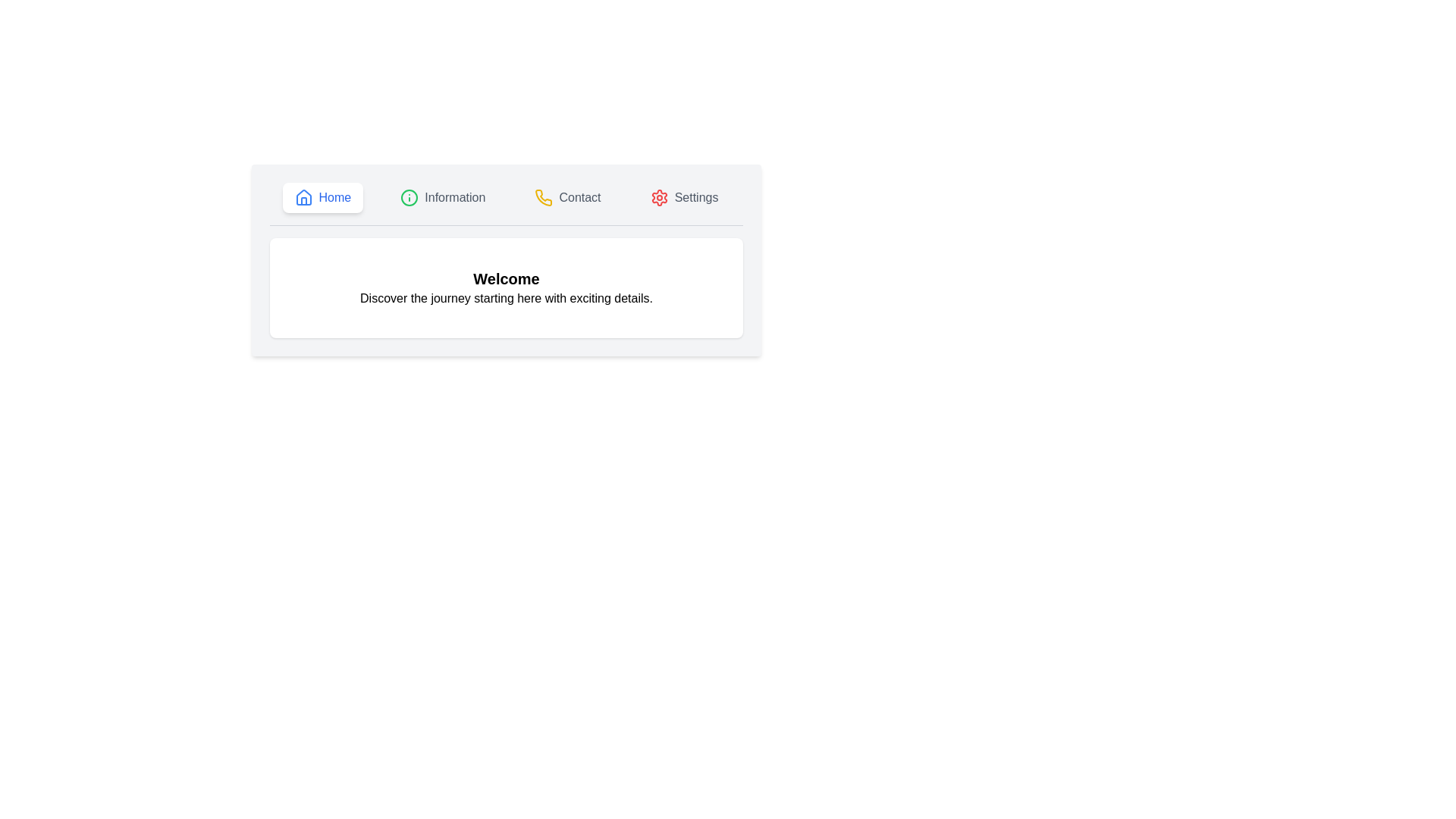 The height and width of the screenshot is (819, 1456). What do you see at coordinates (659, 197) in the screenshot?
I see `settings button represented by the graphical component within the 'svg' image, located as the fourth item from the left in the top navigation bar` at bounding box center [659, 197].